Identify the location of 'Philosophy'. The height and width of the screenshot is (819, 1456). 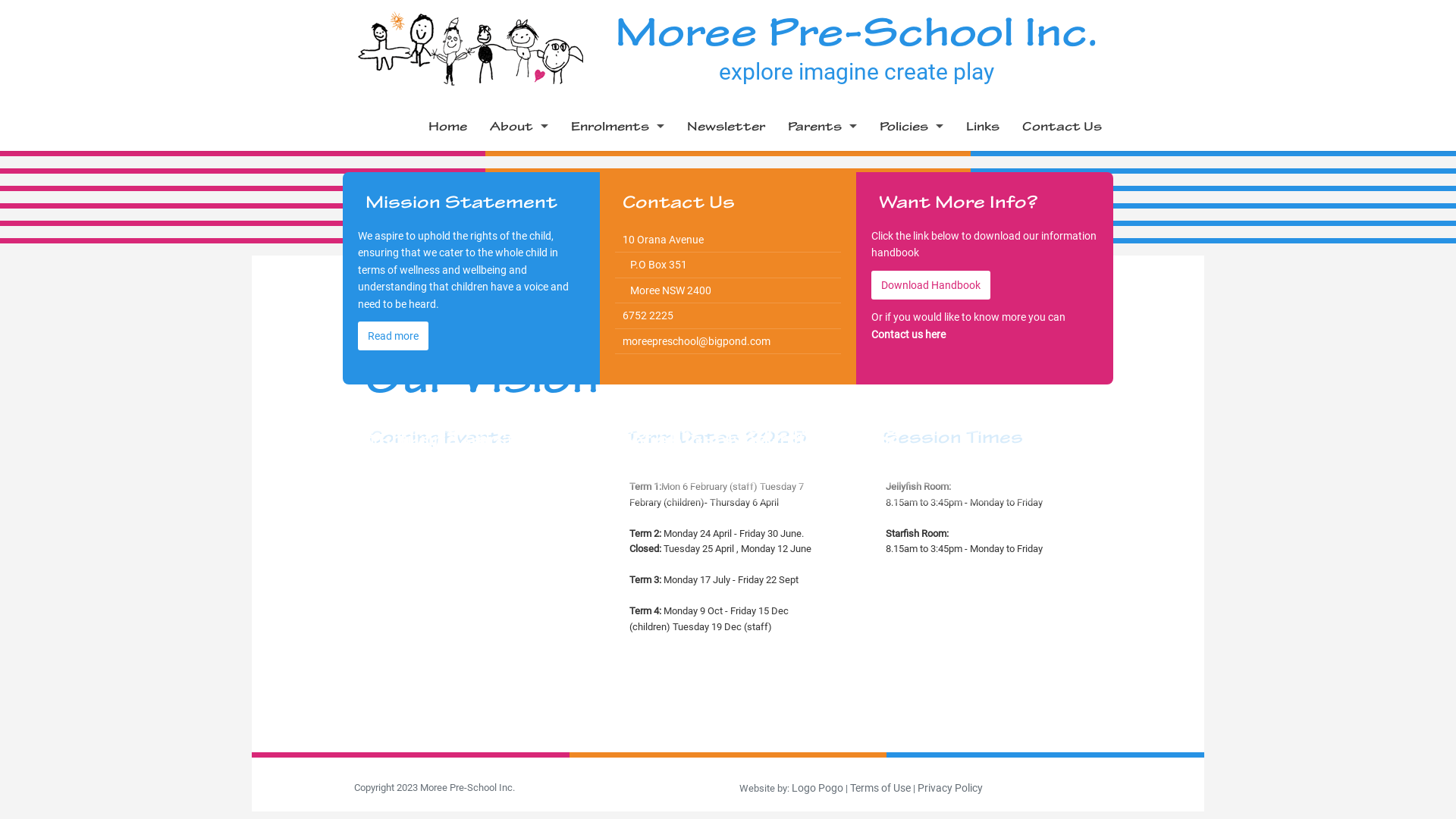
(519, 160).